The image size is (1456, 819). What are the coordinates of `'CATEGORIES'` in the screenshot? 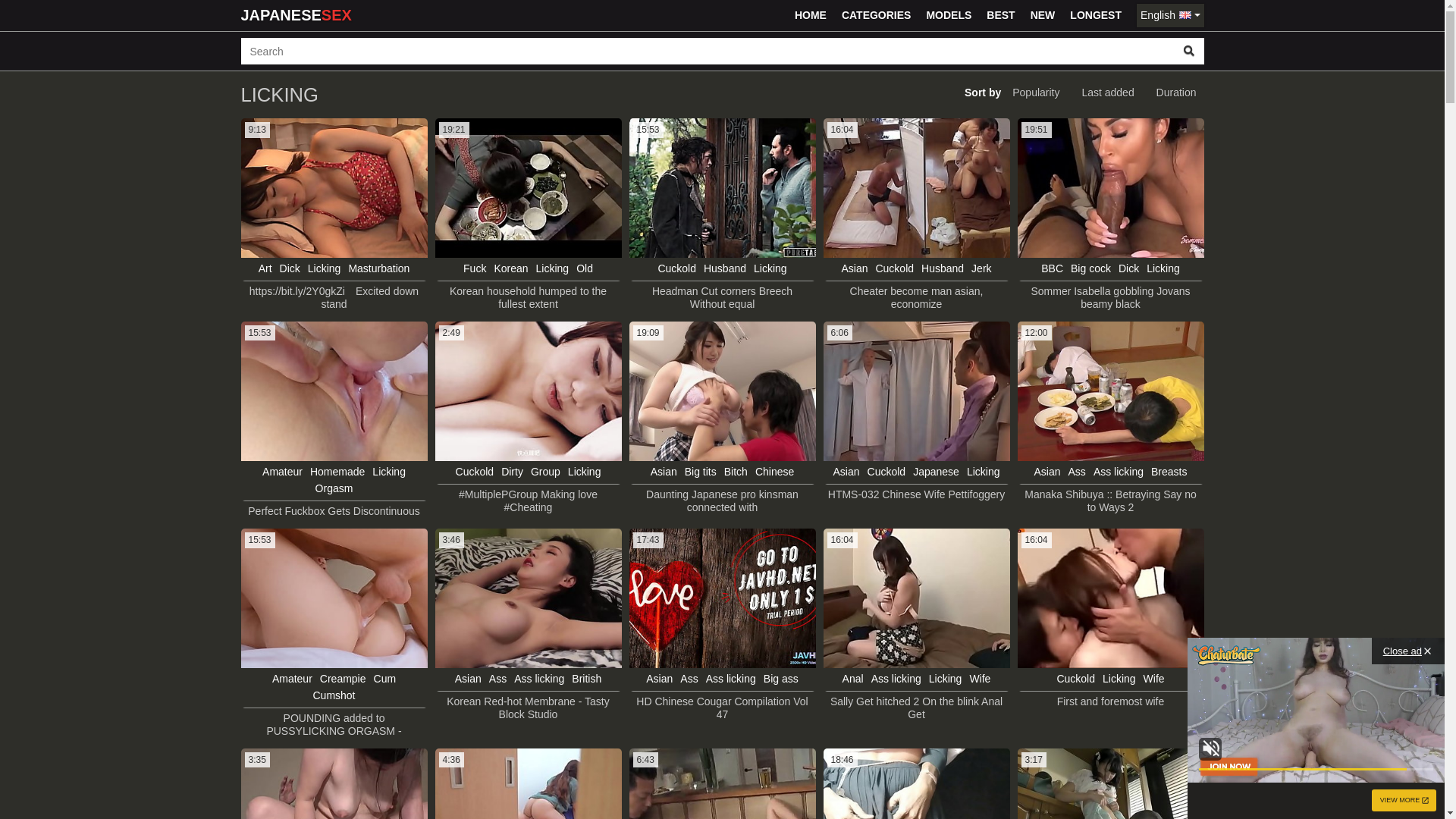 It's located at (877, 15).